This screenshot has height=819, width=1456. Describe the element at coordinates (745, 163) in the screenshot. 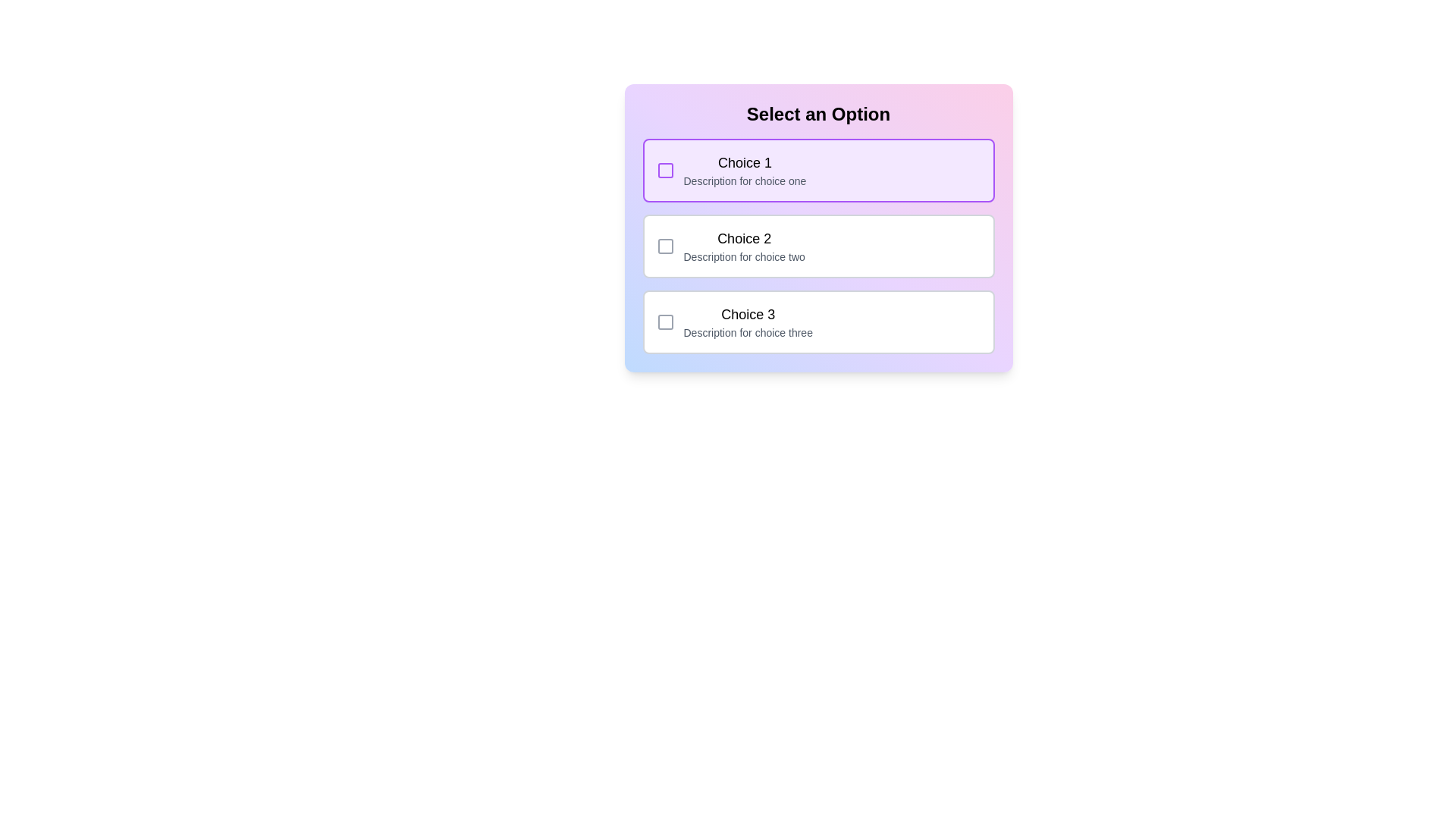

I see `the text label displaying 'Choice 1' which is positioned at the top left of the selection box with a light purple background` at that location.